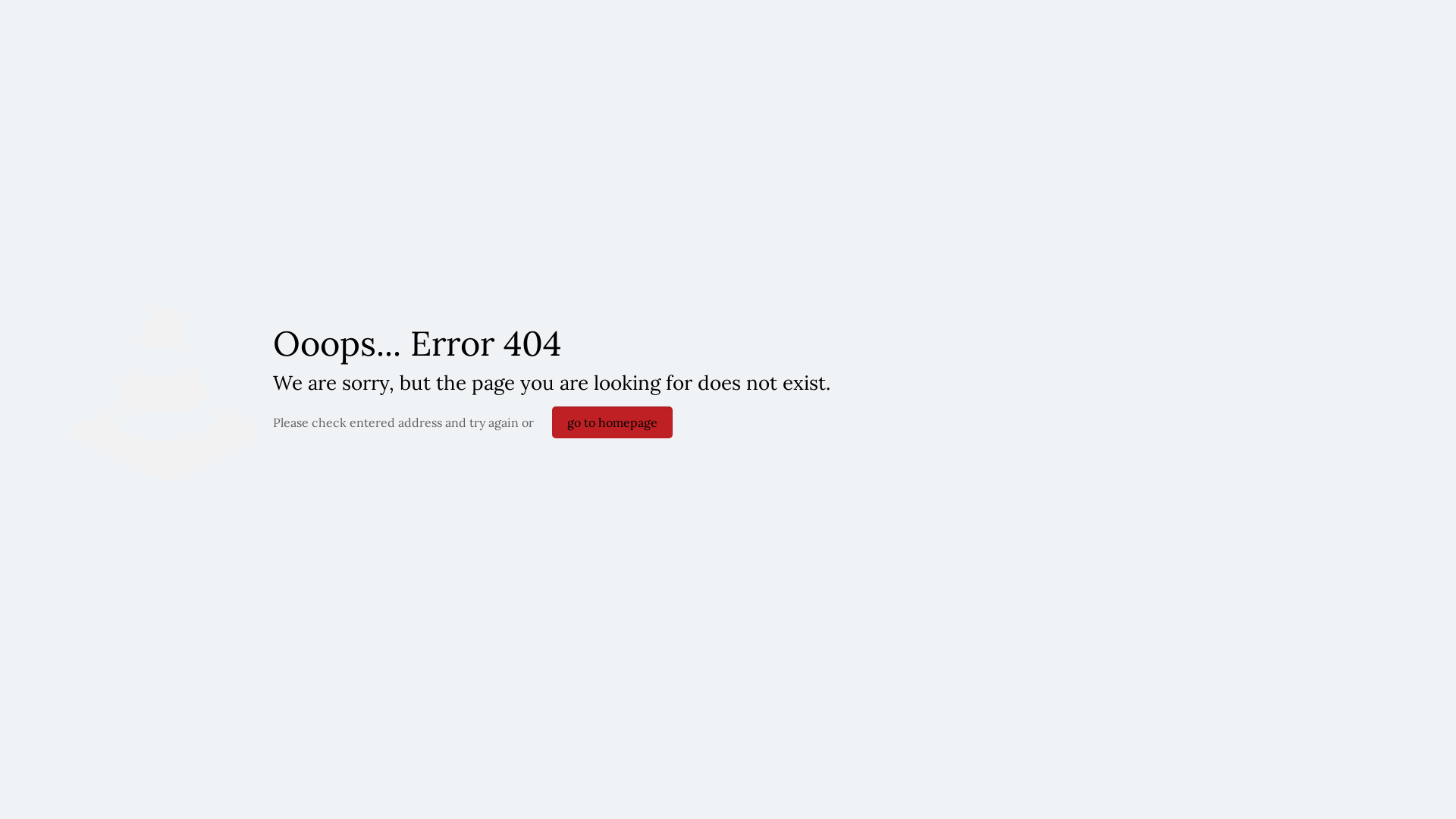 The image size is (1456, 819). What do you see at coordinates (612, 422) in the screenshot?
I see `'go to homepage'` at bounding box center [612, 422].